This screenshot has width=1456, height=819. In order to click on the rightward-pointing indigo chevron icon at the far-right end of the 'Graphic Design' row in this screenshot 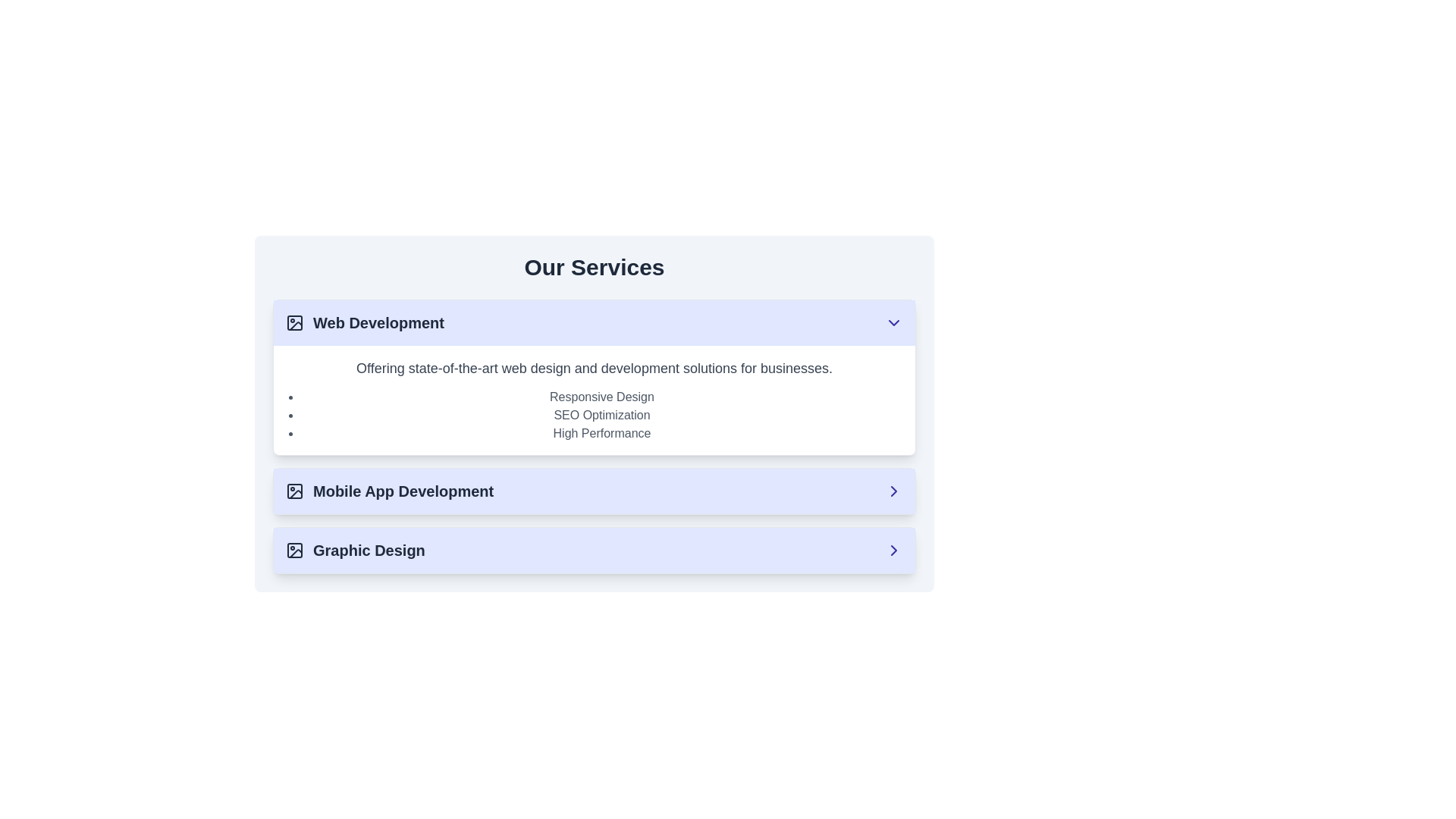, I will do `click(894, 550)`.